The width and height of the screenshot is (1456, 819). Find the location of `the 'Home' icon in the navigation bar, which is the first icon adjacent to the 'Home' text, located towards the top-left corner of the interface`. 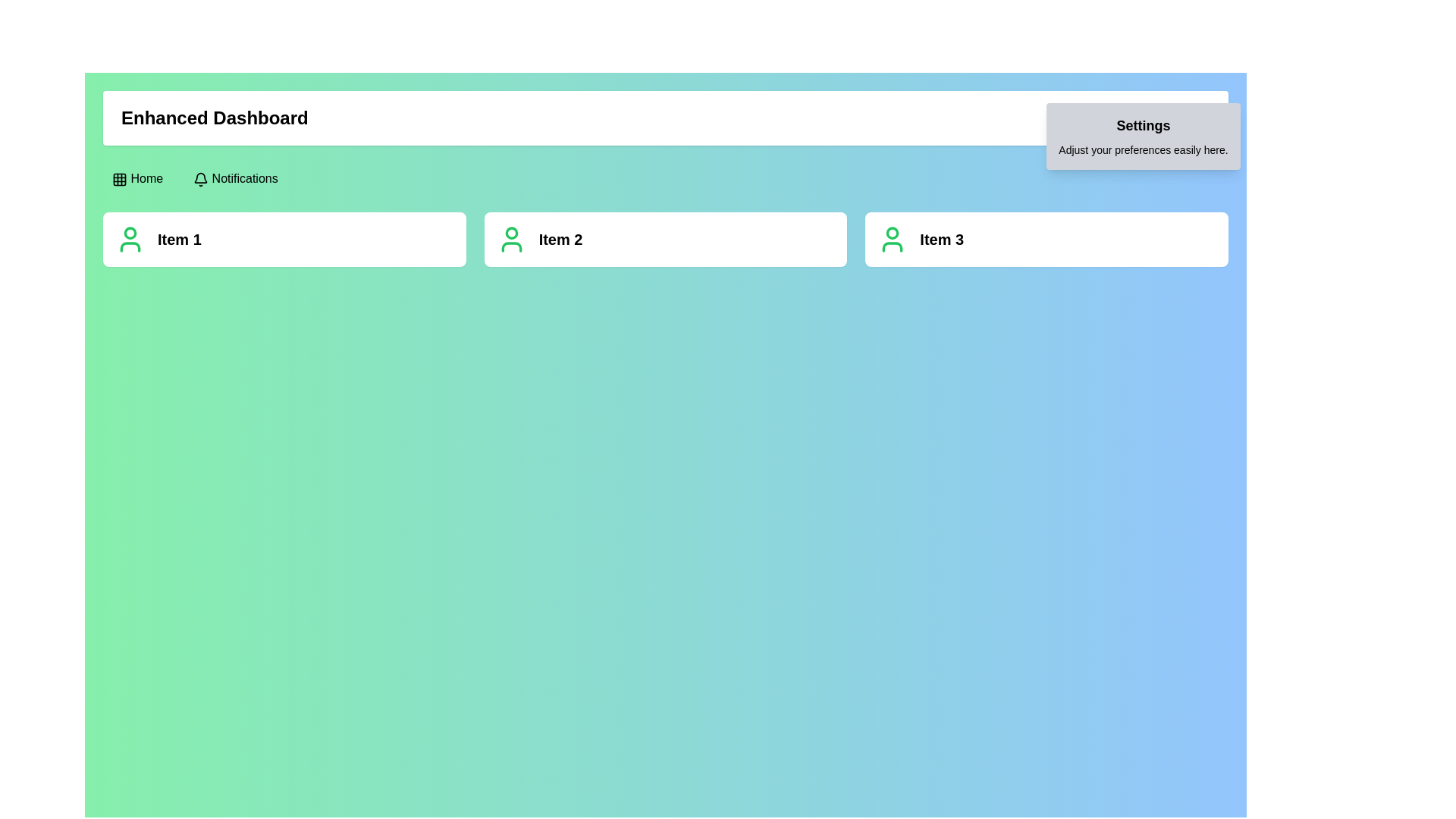

the 'Home' icon in the navigation bar, which is the first icon adjacent to the 'Home' text, located towards the top-left corner of the interface is located at coordinates (119, 177).